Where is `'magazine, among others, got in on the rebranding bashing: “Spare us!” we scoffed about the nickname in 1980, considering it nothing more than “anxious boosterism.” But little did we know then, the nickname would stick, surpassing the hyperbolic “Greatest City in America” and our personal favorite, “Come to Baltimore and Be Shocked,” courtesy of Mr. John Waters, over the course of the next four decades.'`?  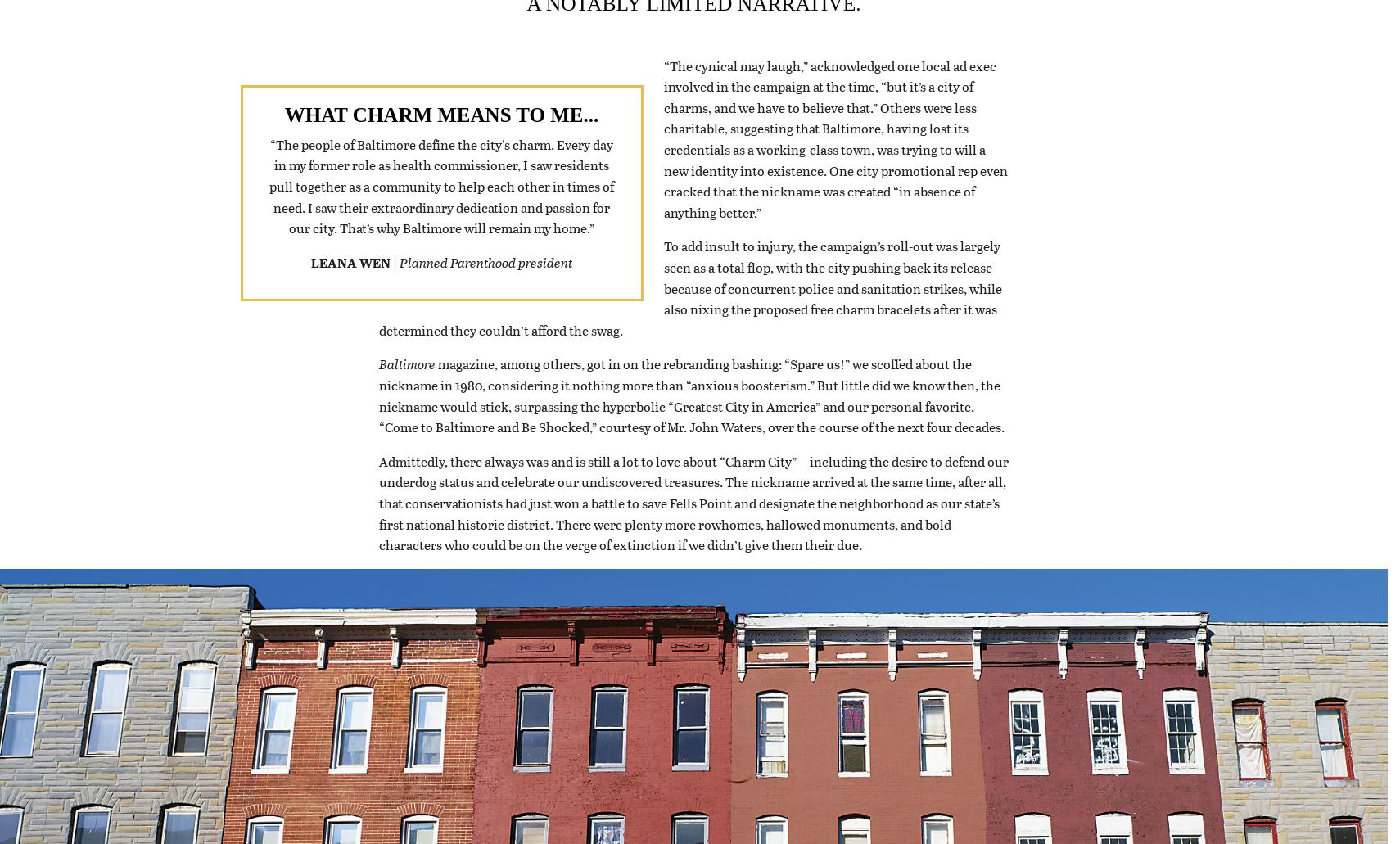
'magazine, among others, got in on the rebranding bashing: “Spare us!” we scoffed about the nickname in 1980, considering it nothing more than “anxious boosterism.” But little did we know then, the nickname would stick, surpassing the hyperbolic “Greatest City in America” and our personal favorite, “Come to Baltimore and Be Shocked,” courtesy of Mr. John Waters, over the course of the next four decades.' is located at coordinates (691, 416).